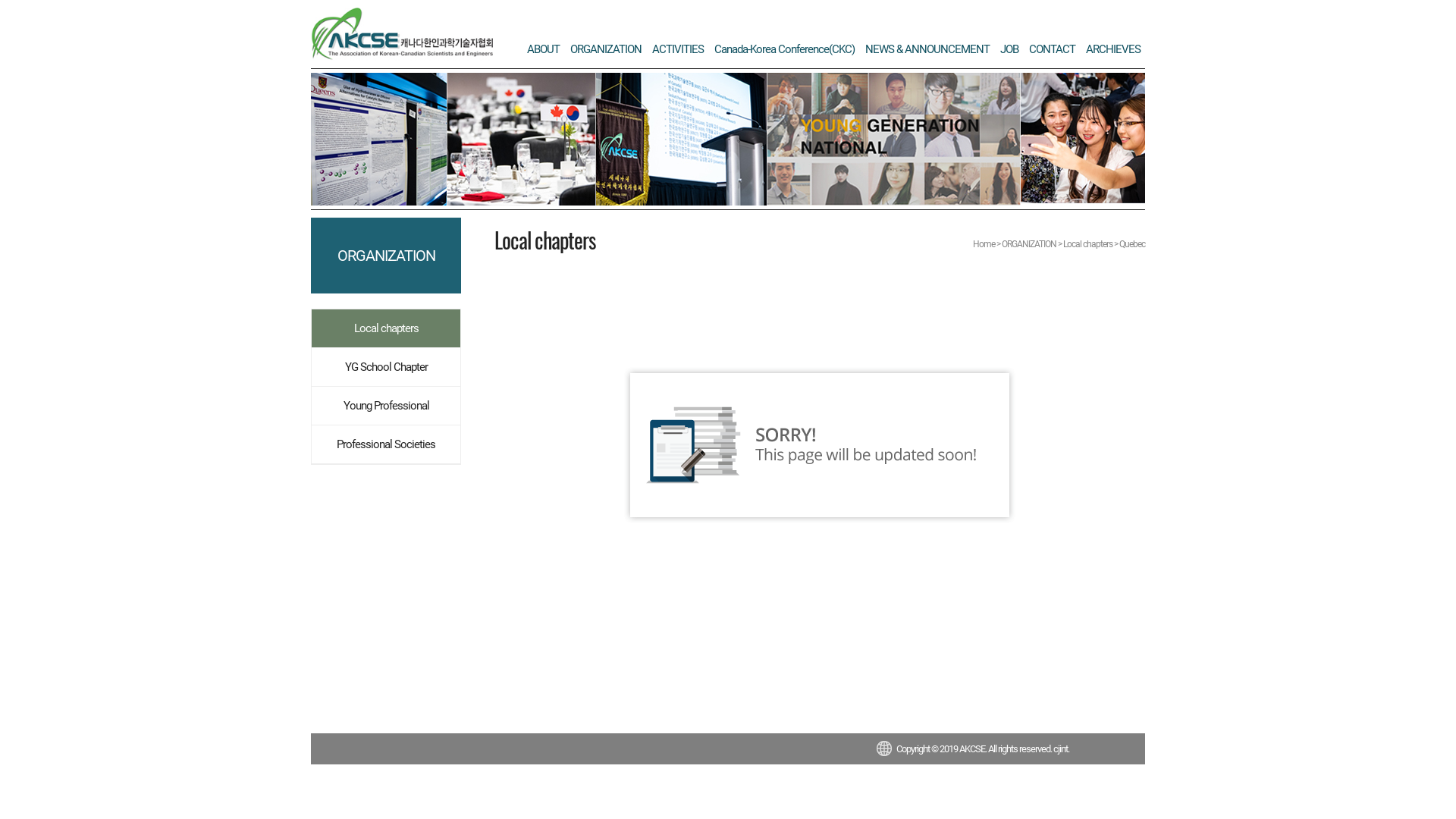  I want to click on 'JOB', so click(1009, 49).